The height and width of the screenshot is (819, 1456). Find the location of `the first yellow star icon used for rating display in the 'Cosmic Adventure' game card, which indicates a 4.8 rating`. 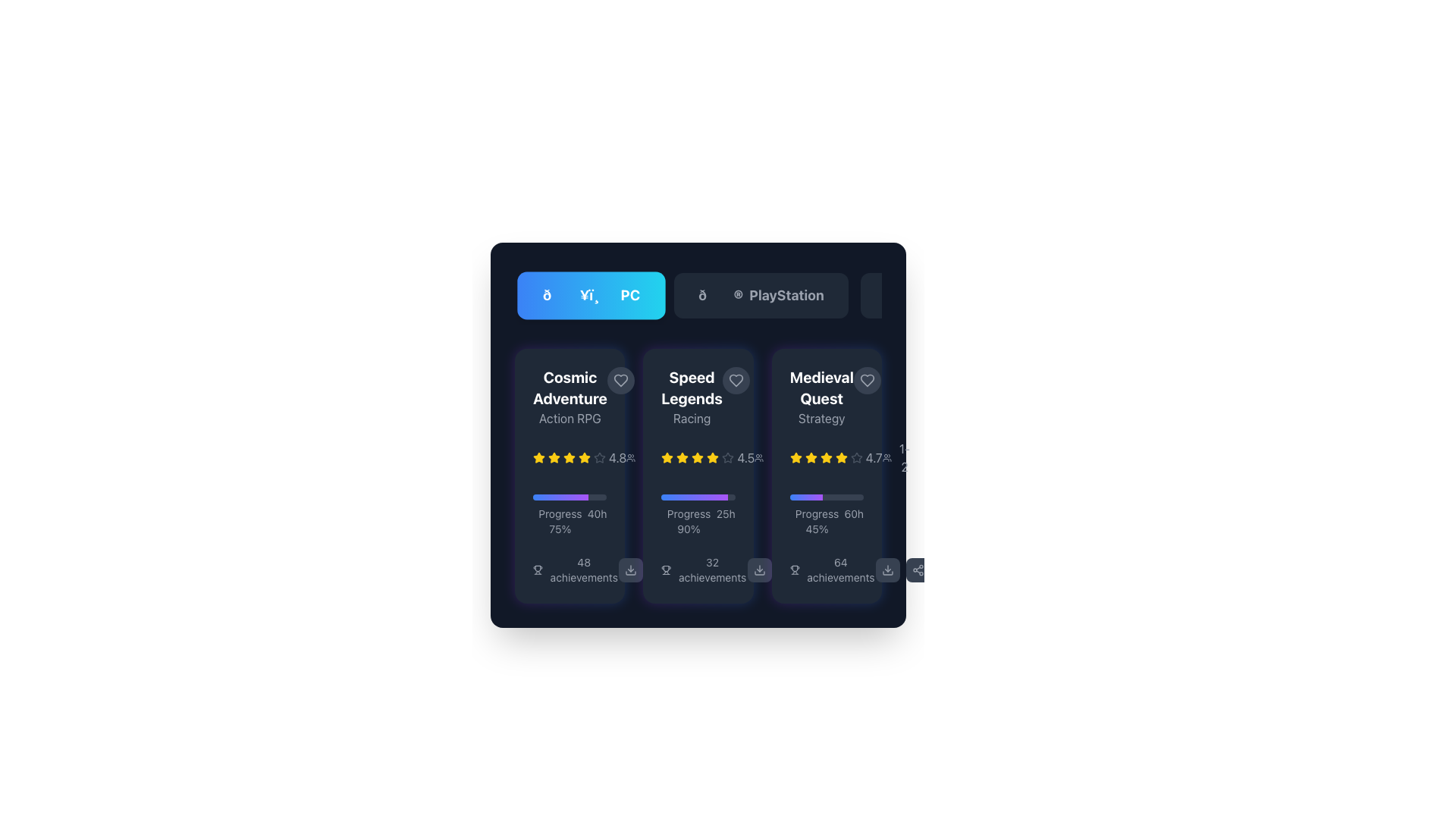

the first yellow star icon used for rating display in the 'Cosmic Adventure' game card, which indicates a 4.8 rating is located at coordinates (538, 457).